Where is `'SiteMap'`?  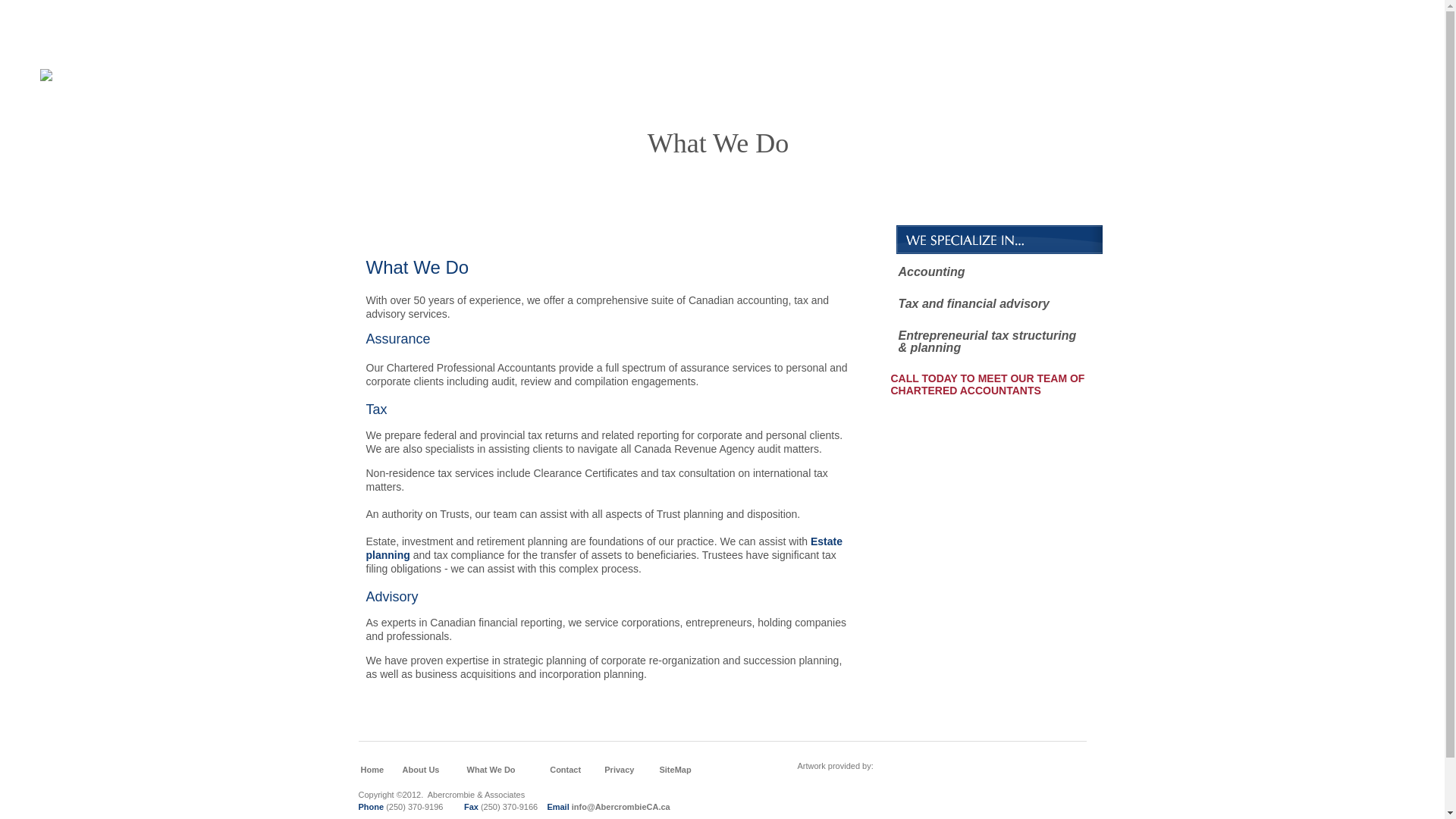
'SiteMap' is located at coordinates (673, 769).